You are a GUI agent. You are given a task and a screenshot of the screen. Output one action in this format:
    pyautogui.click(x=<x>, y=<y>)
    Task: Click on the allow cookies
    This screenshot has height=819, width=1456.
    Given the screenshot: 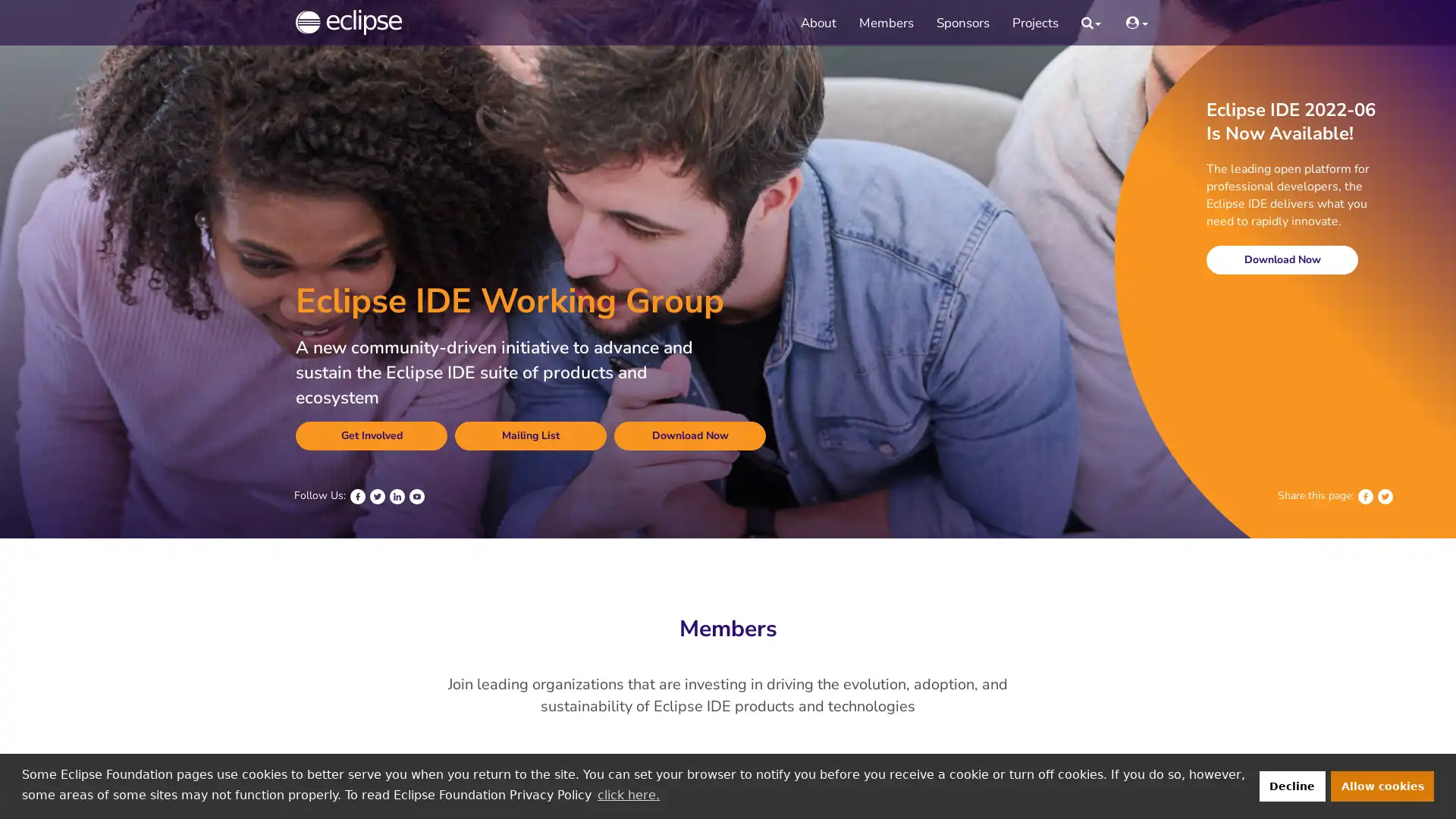 What is the action you would take?
    pyautogui.click(x=1382, y=785)
    